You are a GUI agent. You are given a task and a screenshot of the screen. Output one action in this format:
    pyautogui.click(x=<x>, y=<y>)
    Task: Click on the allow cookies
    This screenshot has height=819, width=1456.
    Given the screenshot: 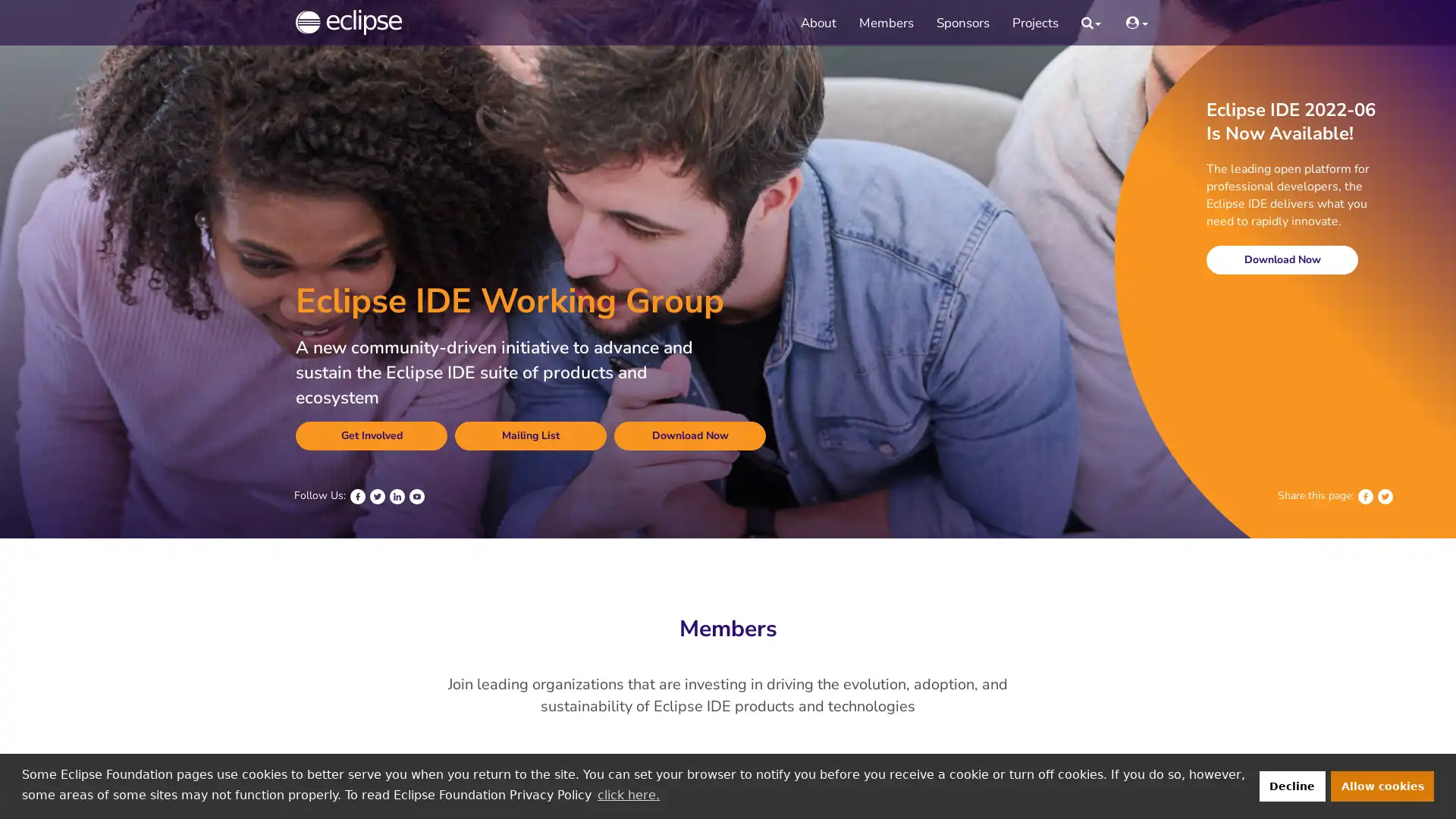 What is the action you would take?
    pyautogui.click(x=1382, y=785)
    